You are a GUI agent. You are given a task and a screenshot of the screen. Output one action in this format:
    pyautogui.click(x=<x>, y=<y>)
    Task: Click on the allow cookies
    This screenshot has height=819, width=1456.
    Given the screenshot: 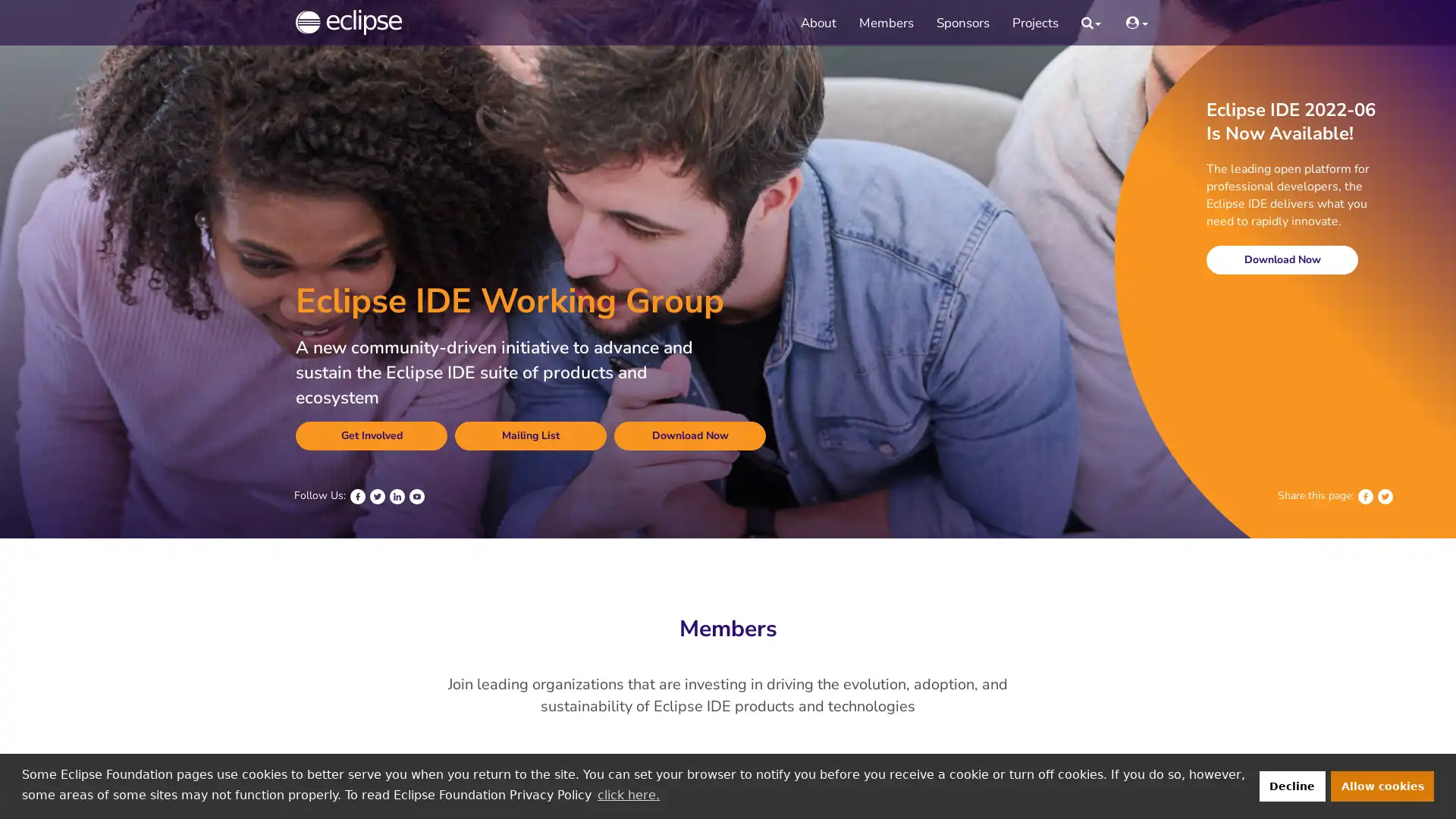 What is the action you would take?
    pyautogui.click(x=1382, y=785)
    